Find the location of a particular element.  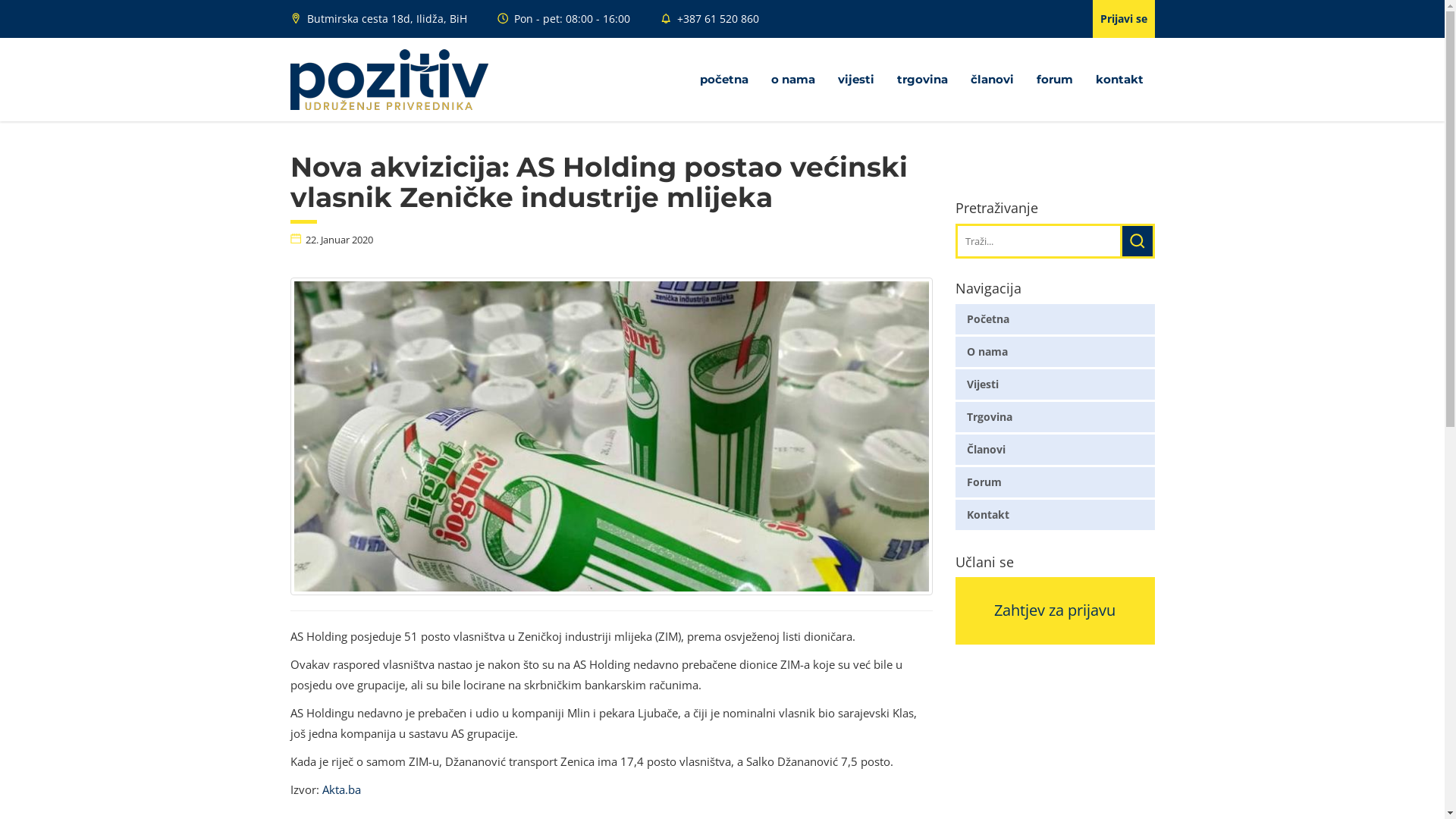

'Kontakt' is located at coordinates (1054, 513).